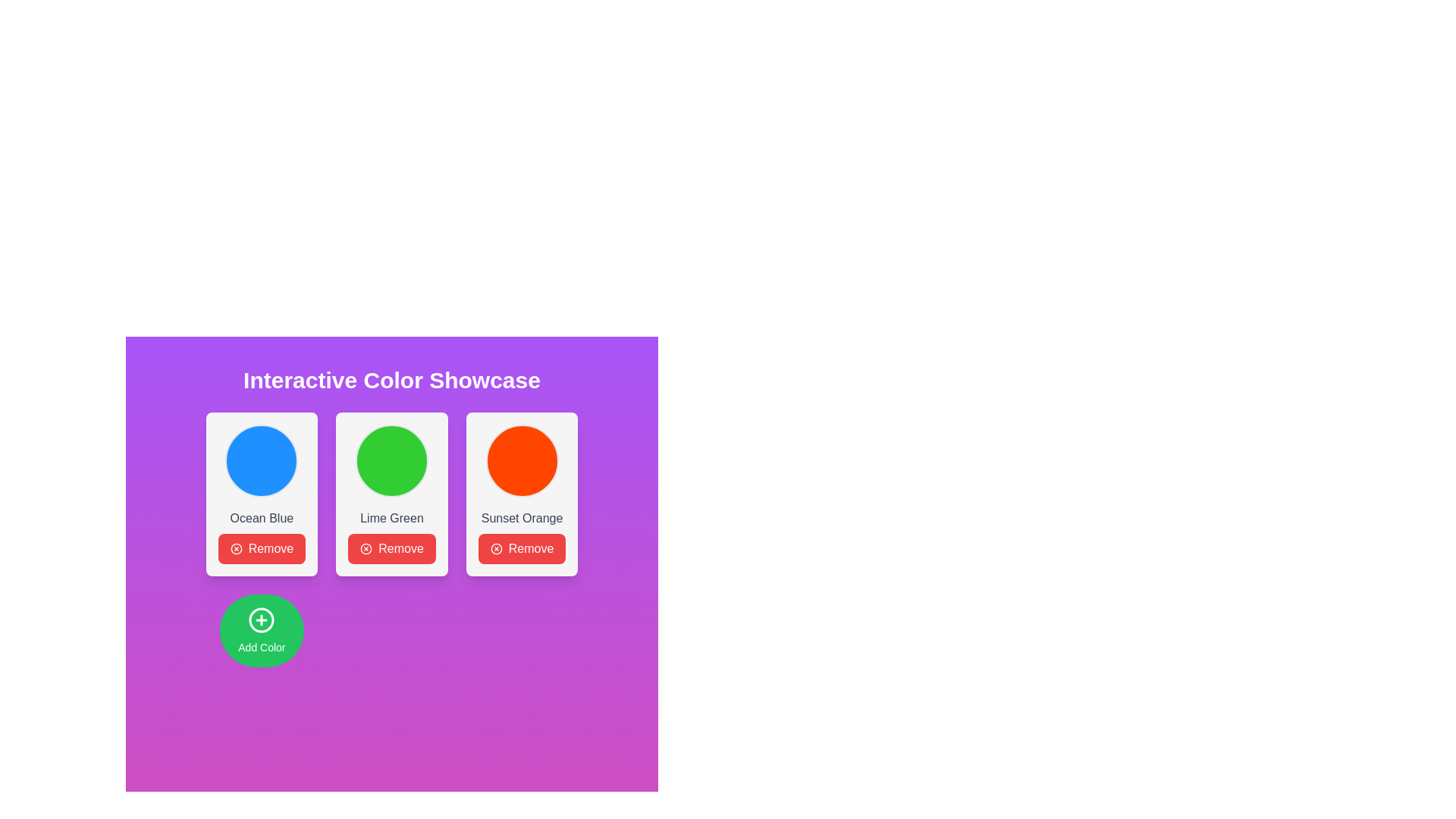 The height and width of the screenshot is (819, 1456). I want to click on the descriptive text label for the 'Add Color' button, which is located inside a green circular button below color cards labeled 'Ocean Blue', 'Lime Green', and 'Sunset Orange', so click(262, 647).